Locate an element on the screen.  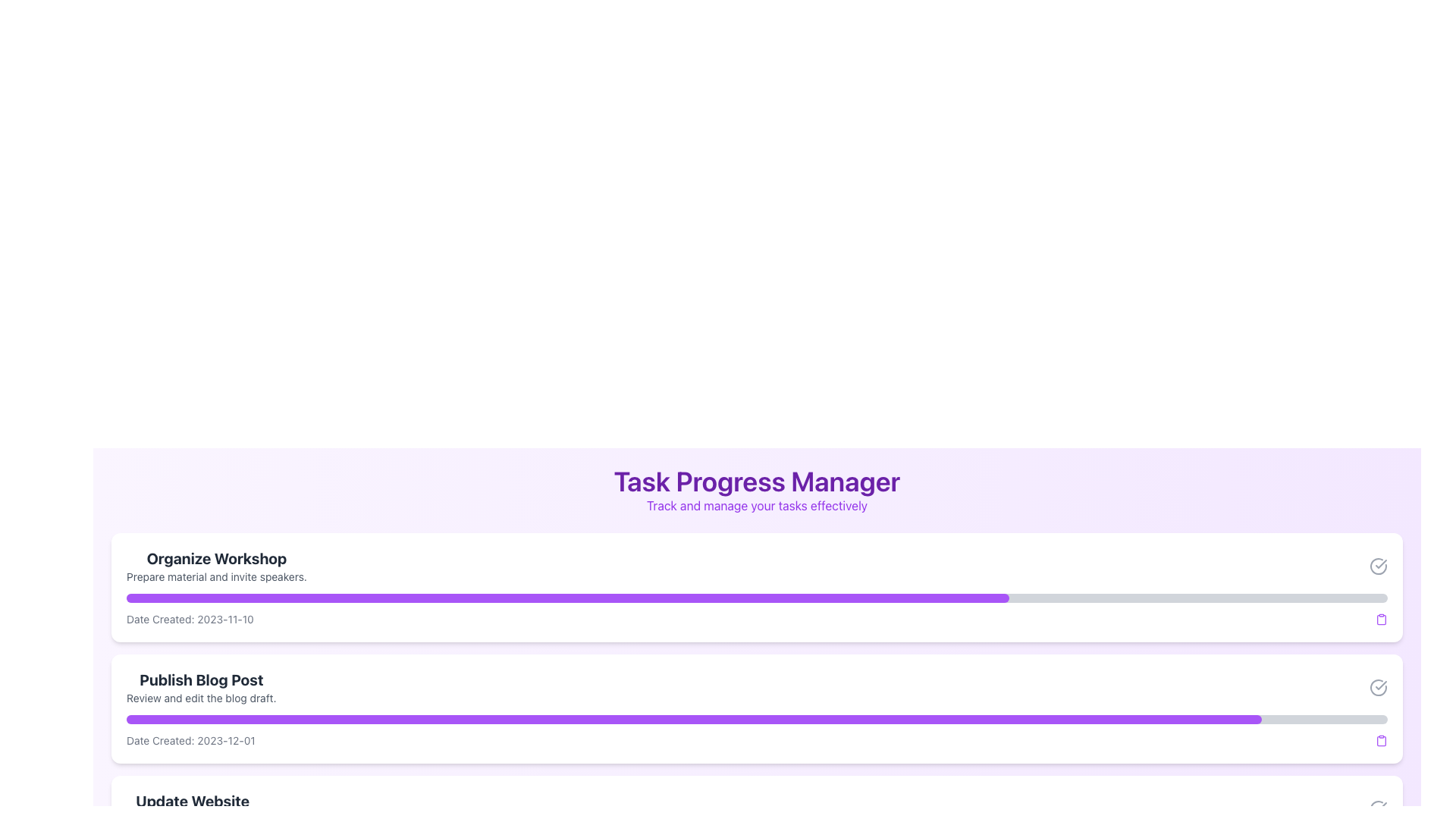
the clipboard icon located at the far-right end of the 'Date Created' section is located at coordinates (1382, 620).